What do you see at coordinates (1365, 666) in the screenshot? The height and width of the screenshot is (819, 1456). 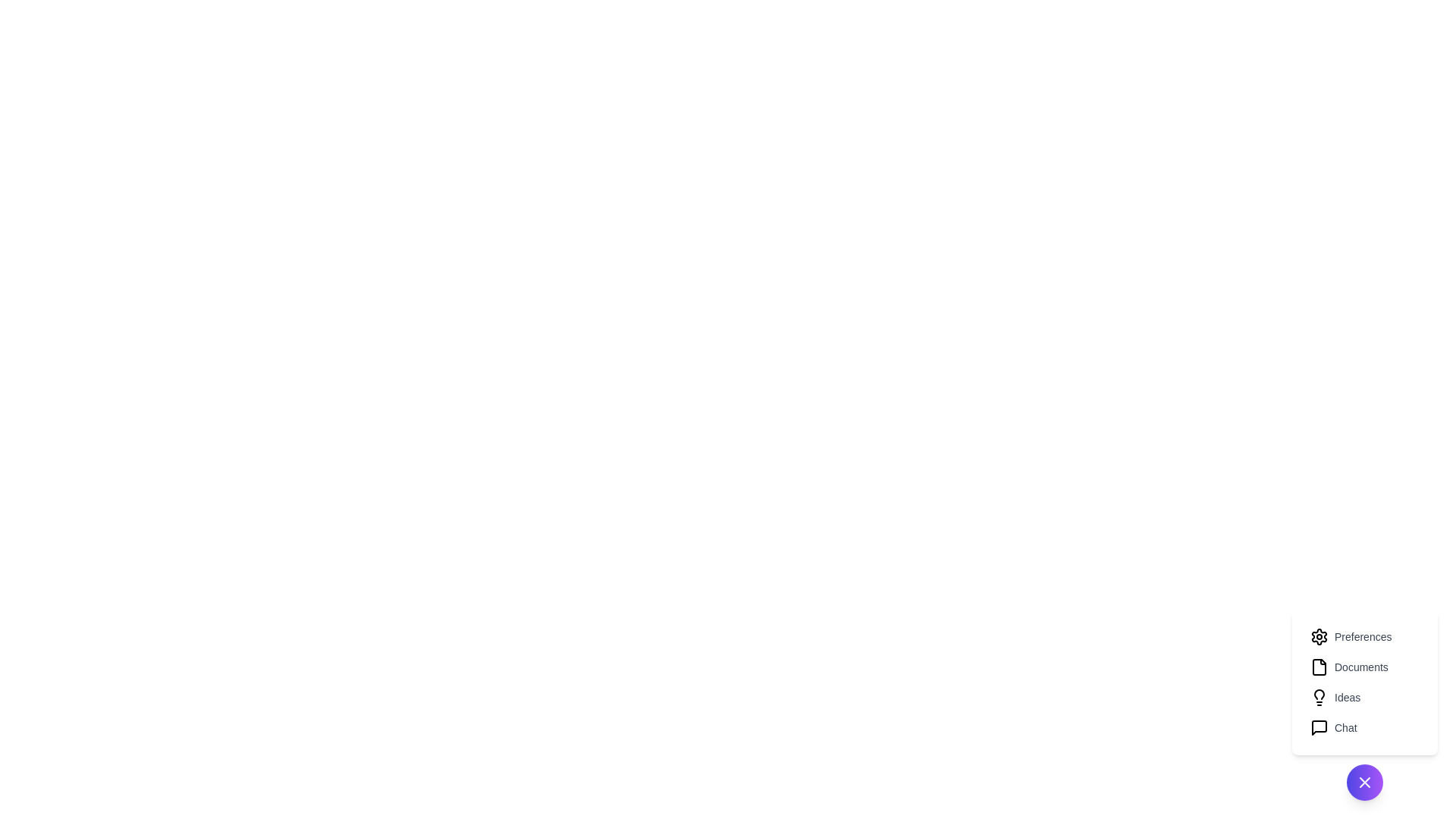 I see `the menu item labeled Documents to trigger its associated action` at bounding box center [1365, 666].